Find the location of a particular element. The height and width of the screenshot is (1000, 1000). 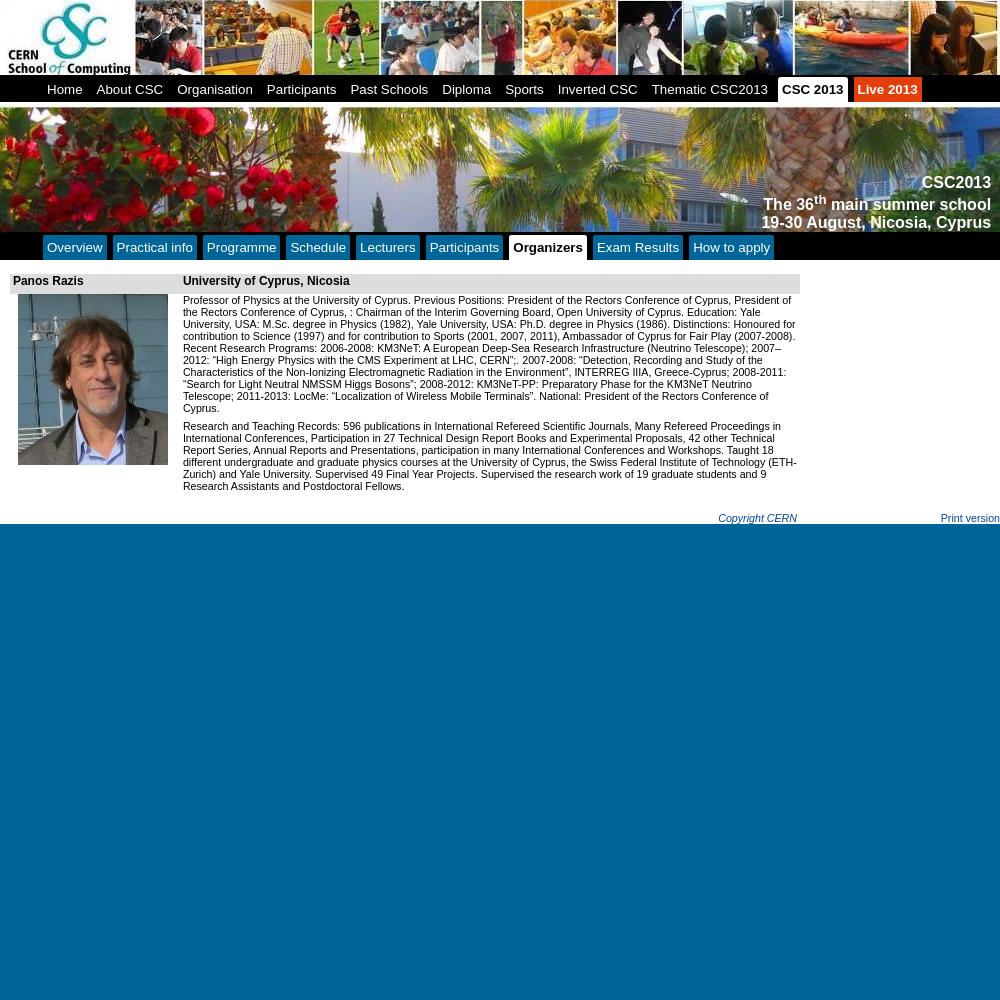

'The 36' is located at coordinates (788, 203).